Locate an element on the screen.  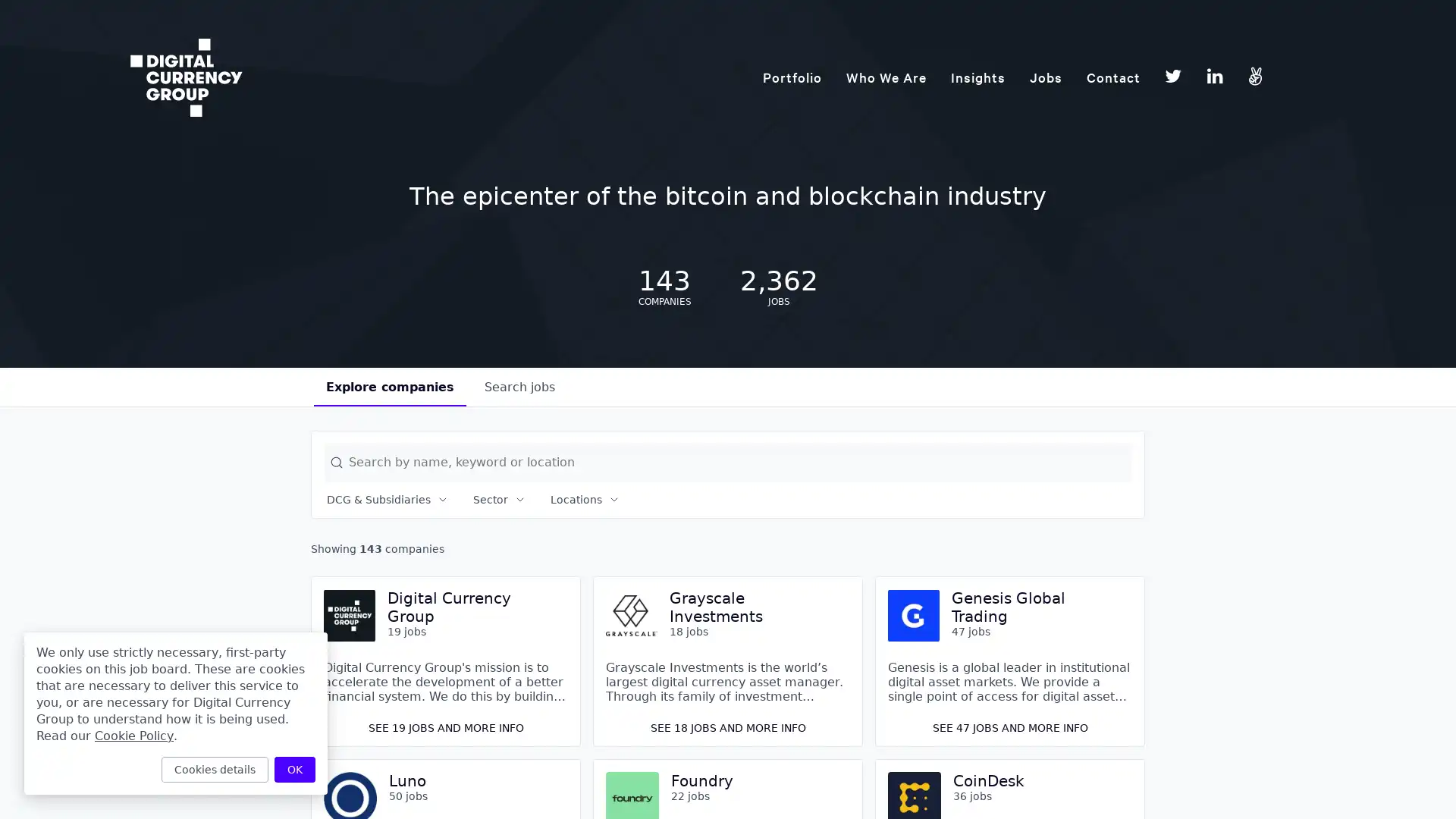
OK is located at coordinates (294, 769).